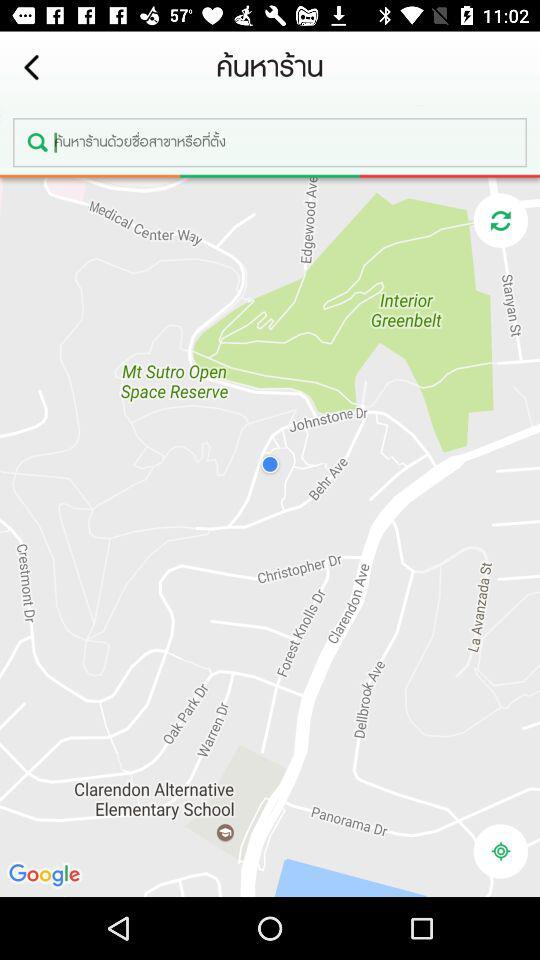 This screenshot has width=540, height=960. What do you see at coordinates (30, 68) in the screenshot?
I see `go back` at bounding box center [30, 68].